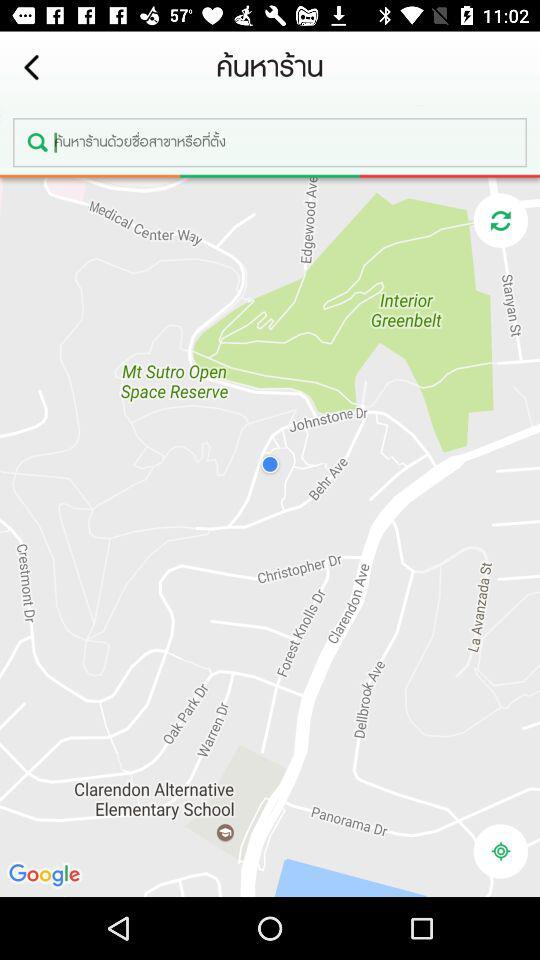 This screenshot has width=540, height=960. What do you see at coordinates (30, 68) in the screenshot?
I see `go back` at bounding box center [30, 68].